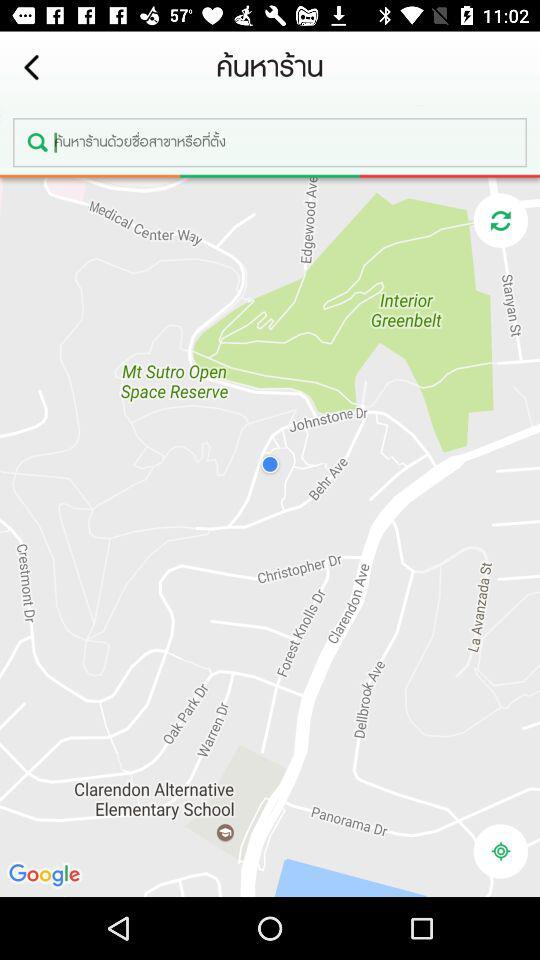 This screenshot has width=540, height=960. What do you see at coordinates (30, 68) in the screenshot?
I see `go back` at bounding box center [30, 68].